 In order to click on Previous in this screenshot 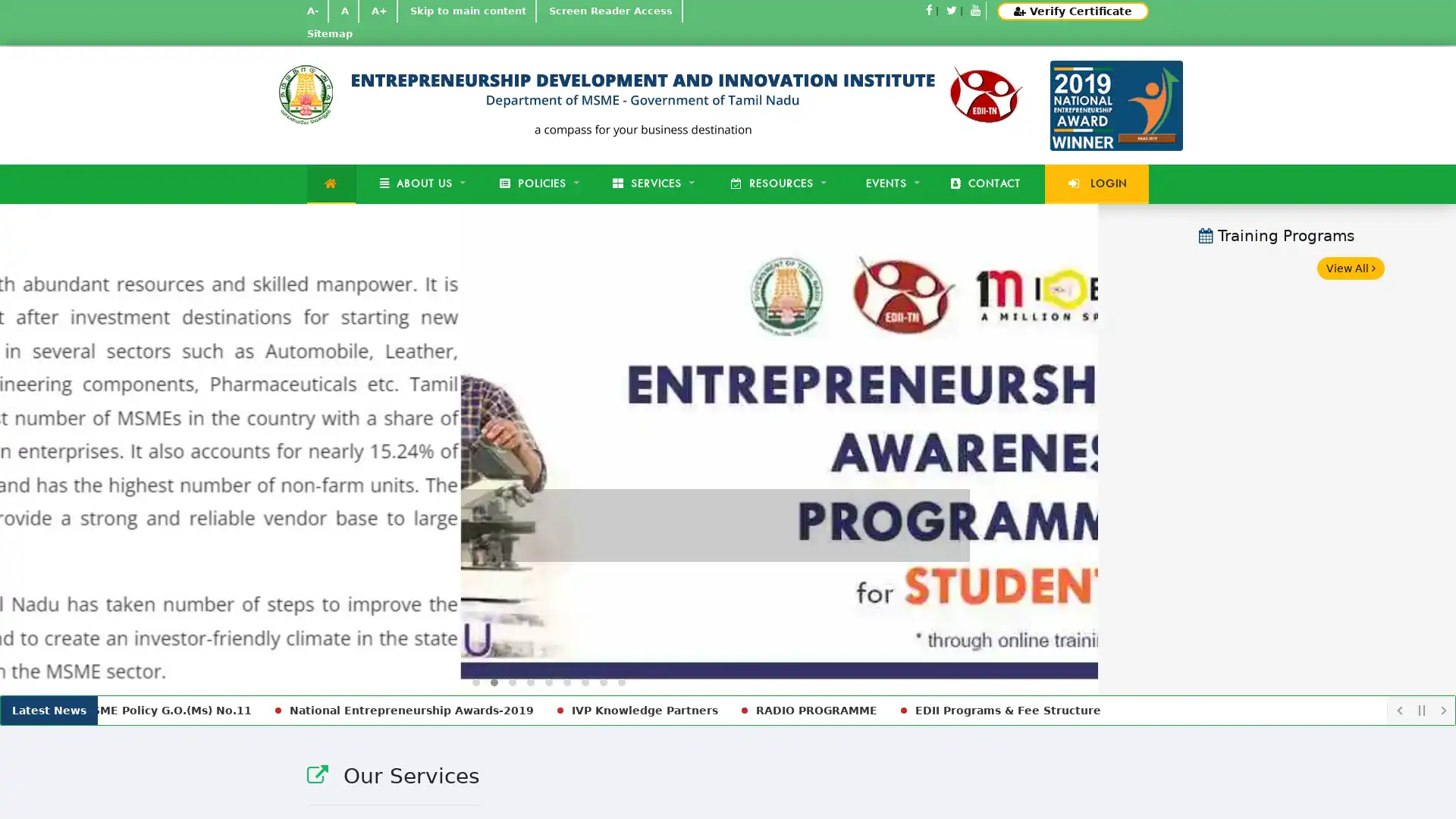, I will do `click(30, 433)`.